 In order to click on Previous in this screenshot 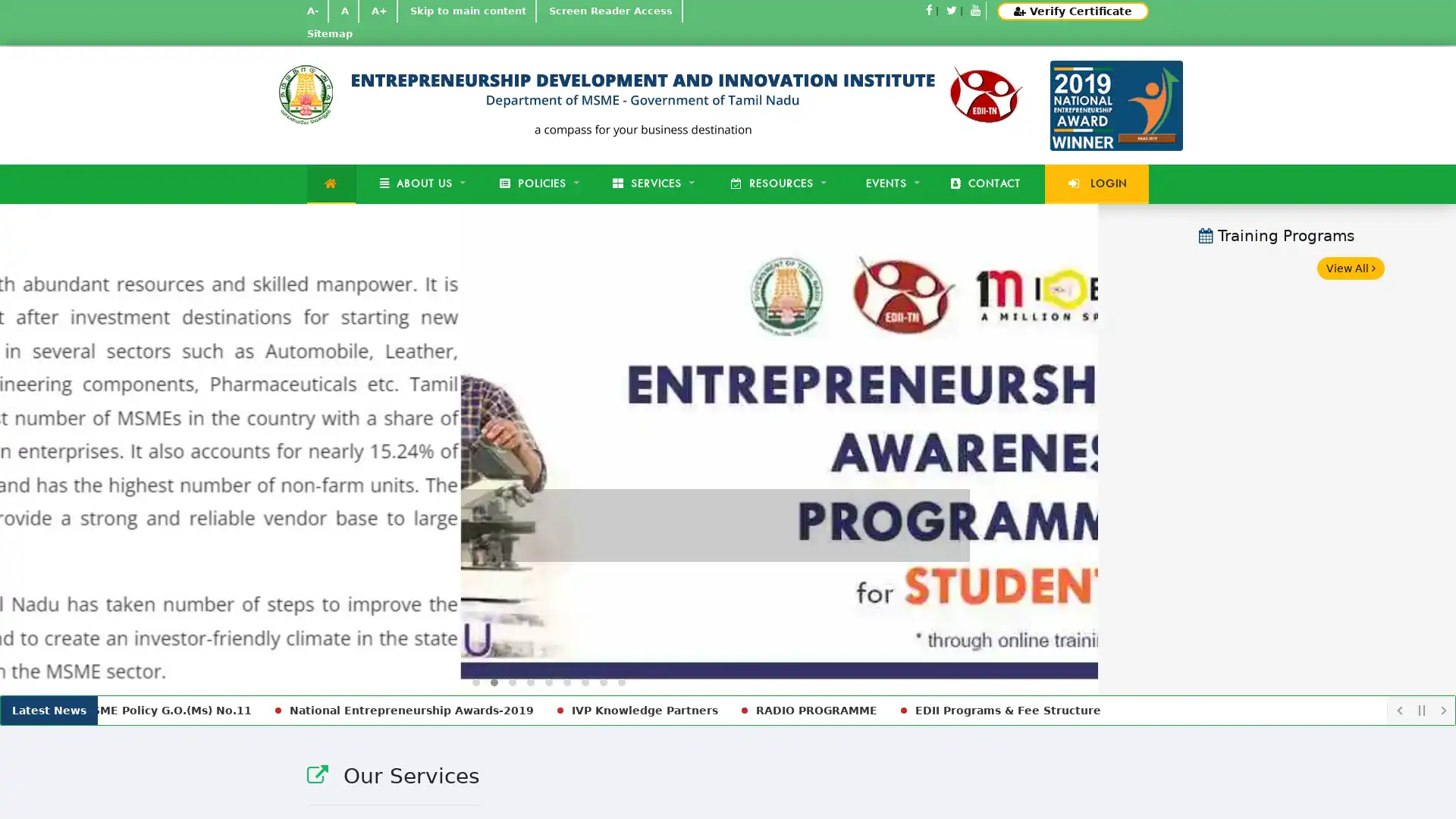, I will do `click(30, 433)`.